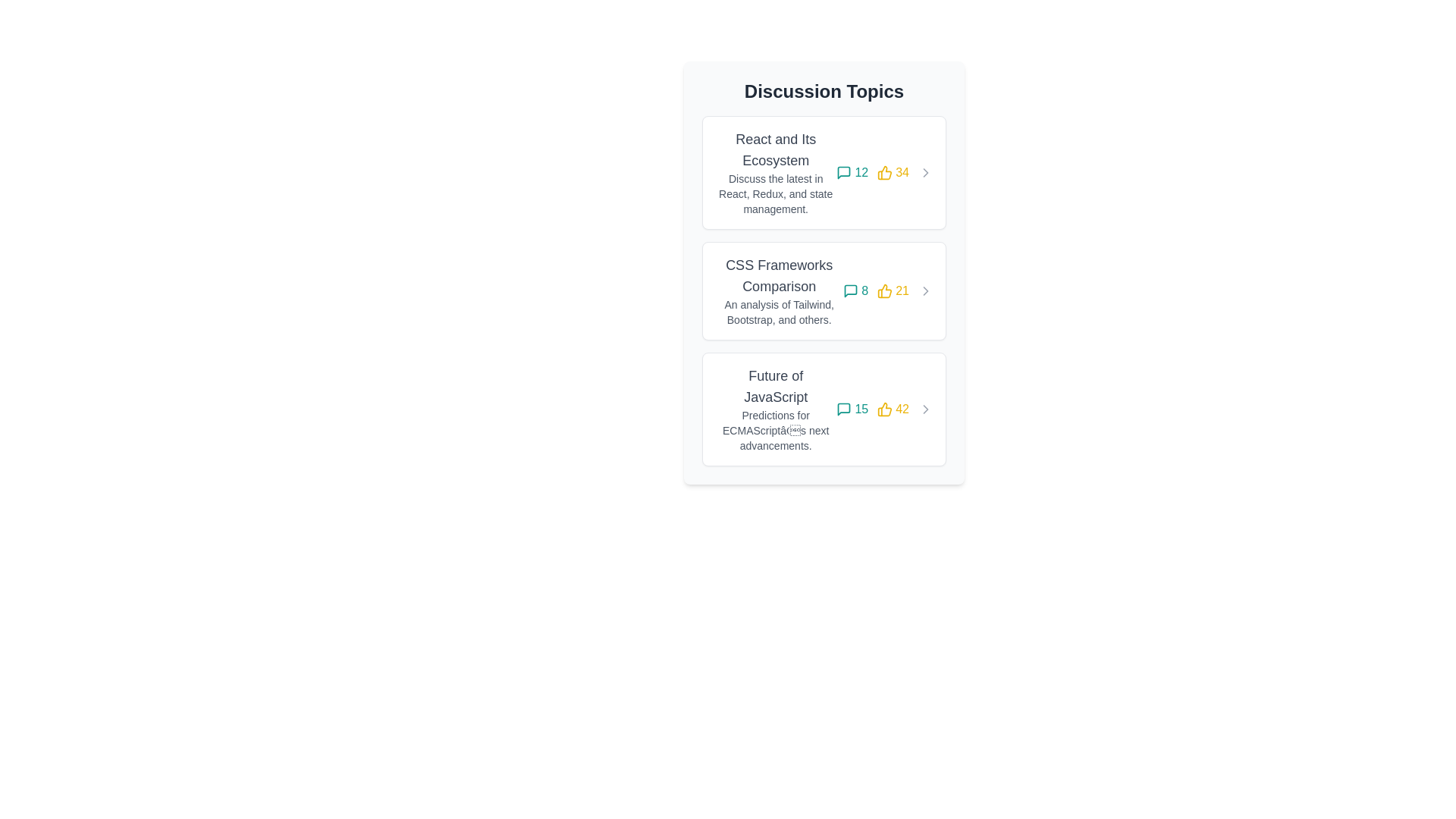  Describe the element at coordinates (843, 409) in the screenshot. I see `Message/Chat Bubble icon located in the top-right corner of the 'Future of JavaScript' card, which indicates the number of comments or messages (15)` at that location.